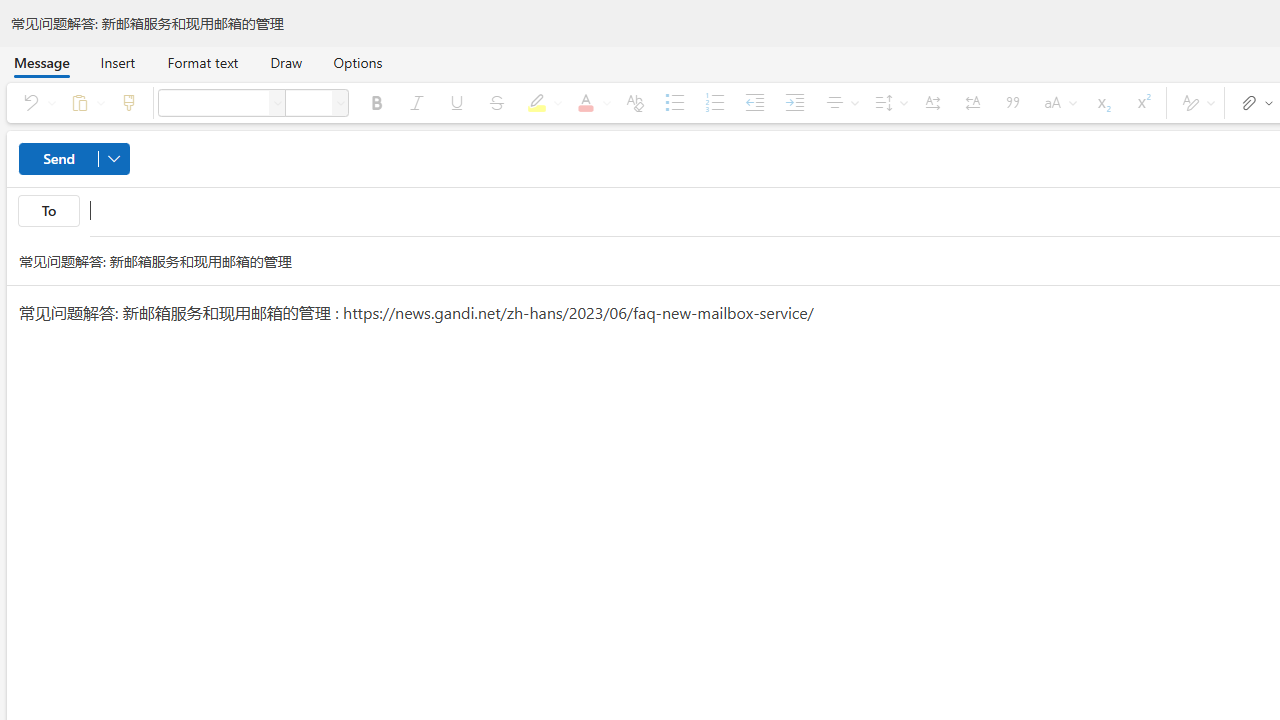 The image size is (1280, 720). What do you see at coordinates (74, 158) in the screenshot?
I see `'Send'` at bounding box center [74, 158].